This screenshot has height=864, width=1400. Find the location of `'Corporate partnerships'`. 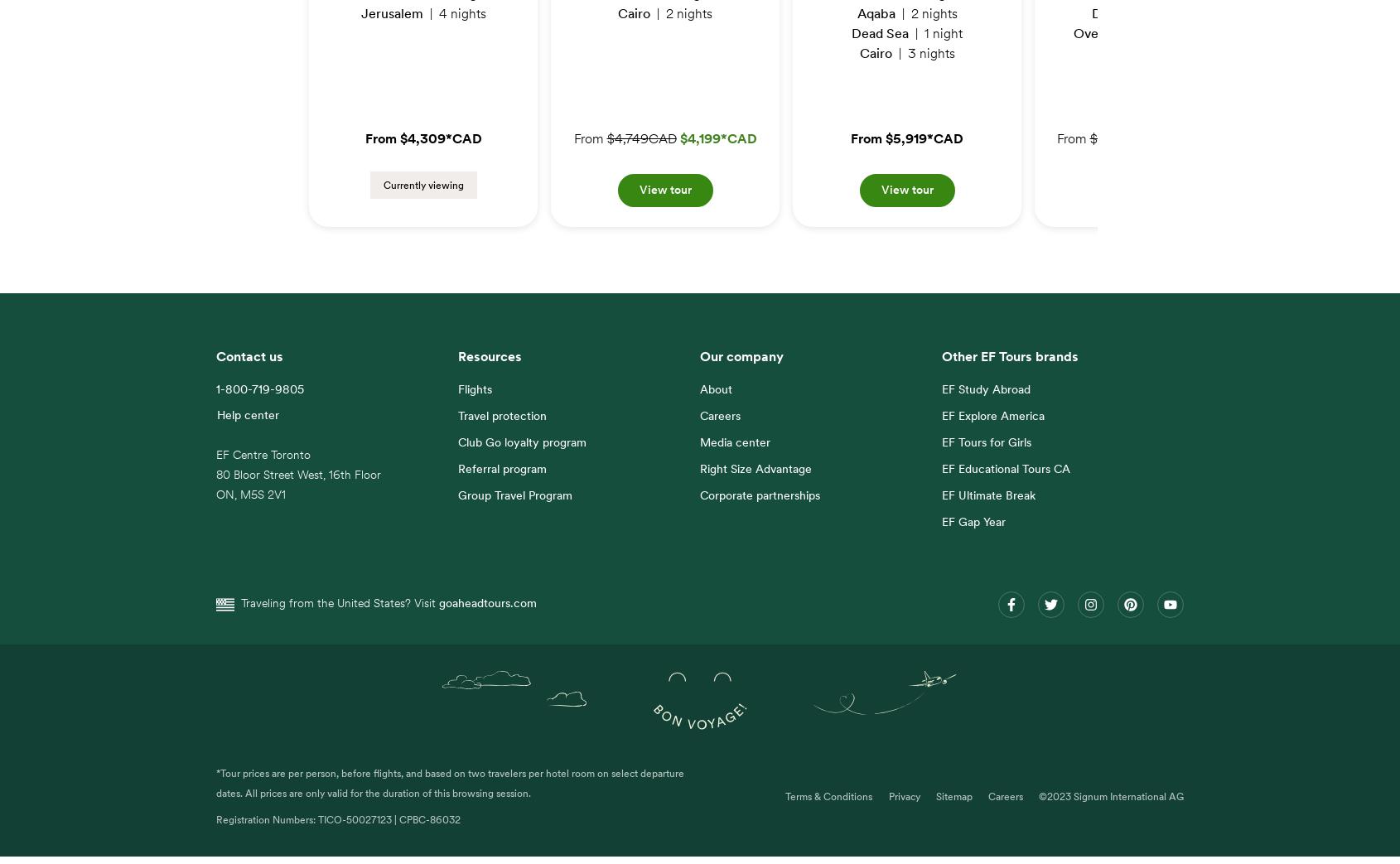

'Corporate partnerships' is located at coordinates (759, 504).